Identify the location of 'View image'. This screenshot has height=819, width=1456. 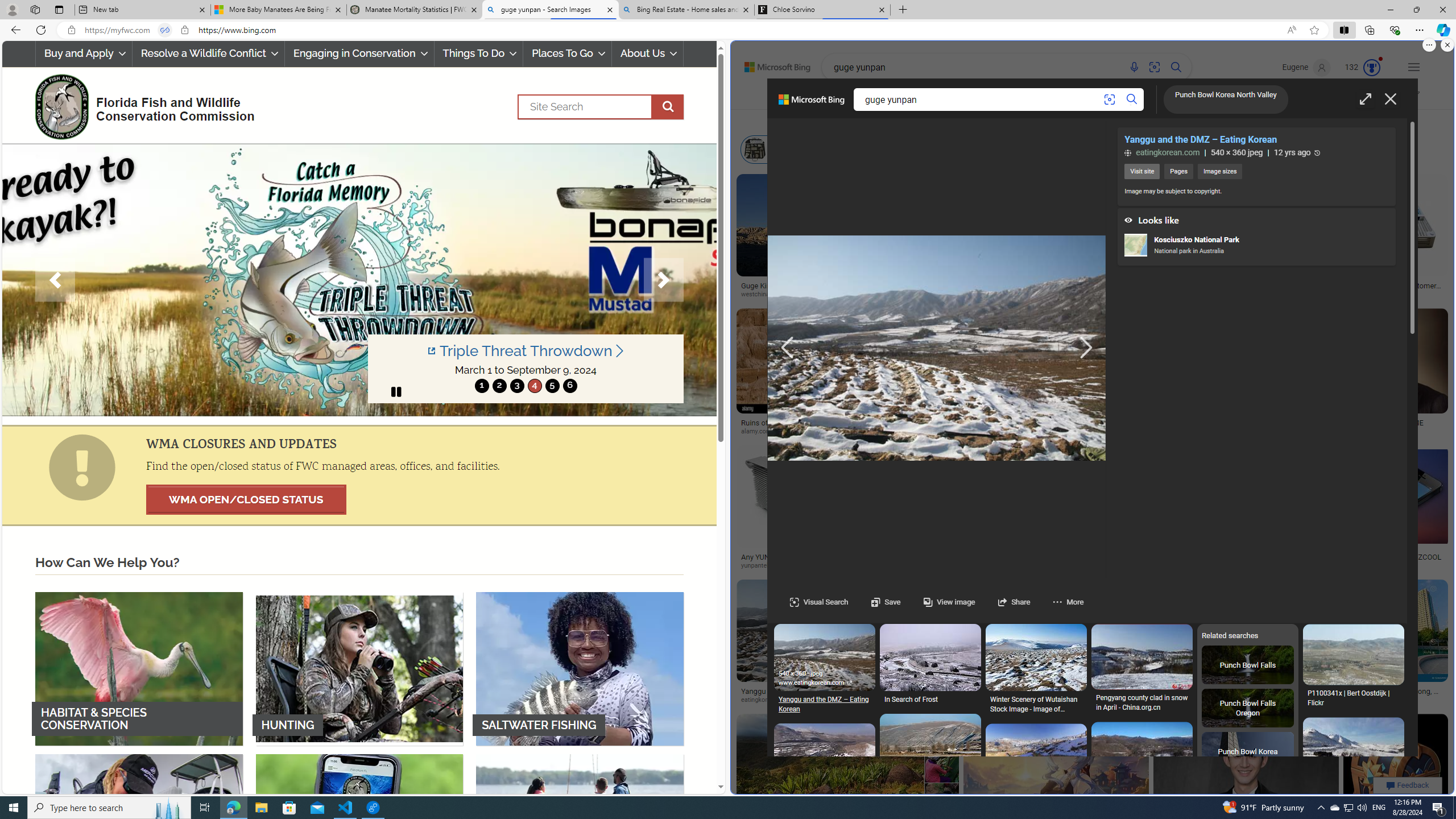
(949, 601).